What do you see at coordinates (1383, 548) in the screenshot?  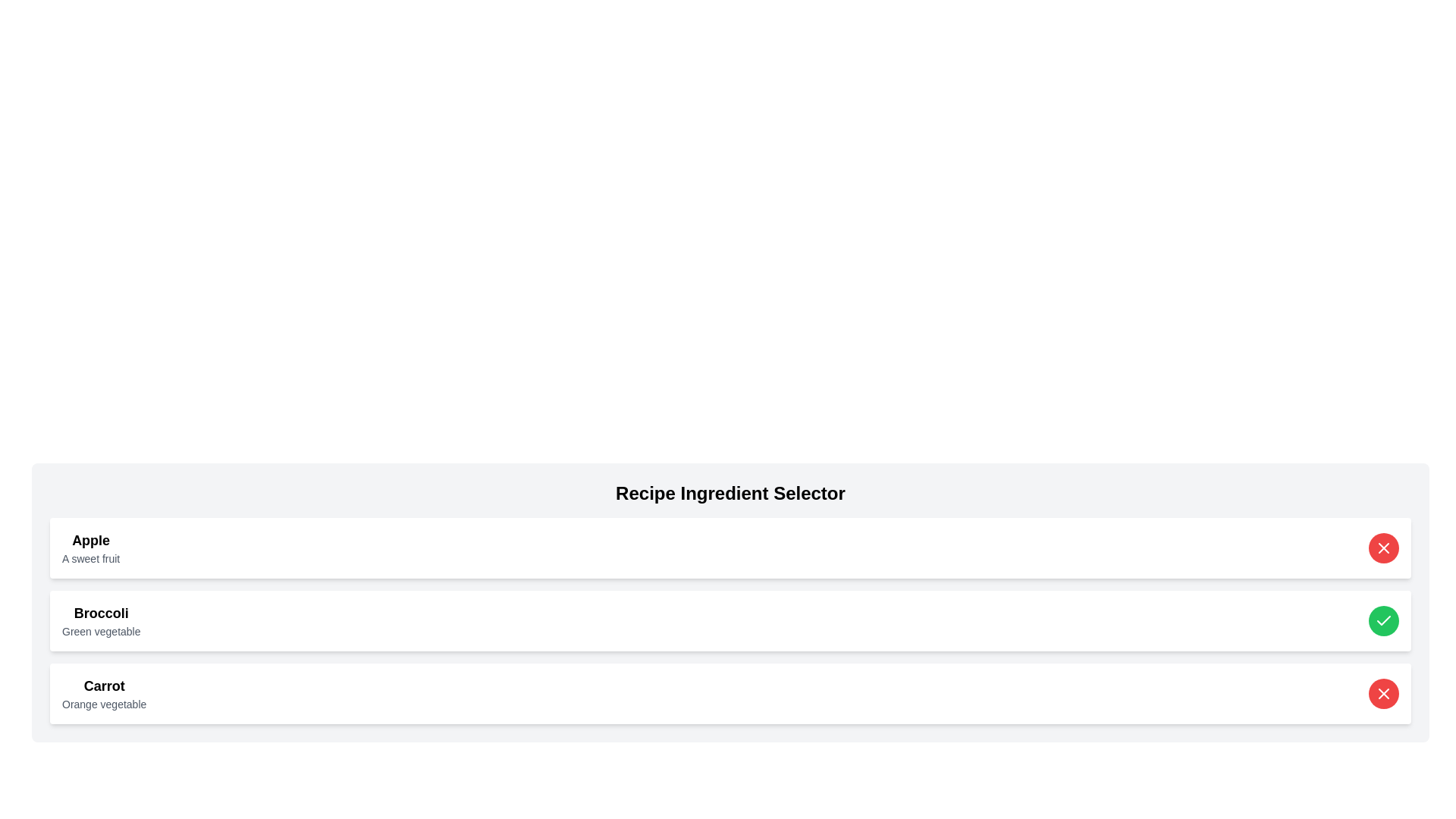 I see `the icon located to the far right of the 'Apple' list item` at bounding box center [1383, 548].